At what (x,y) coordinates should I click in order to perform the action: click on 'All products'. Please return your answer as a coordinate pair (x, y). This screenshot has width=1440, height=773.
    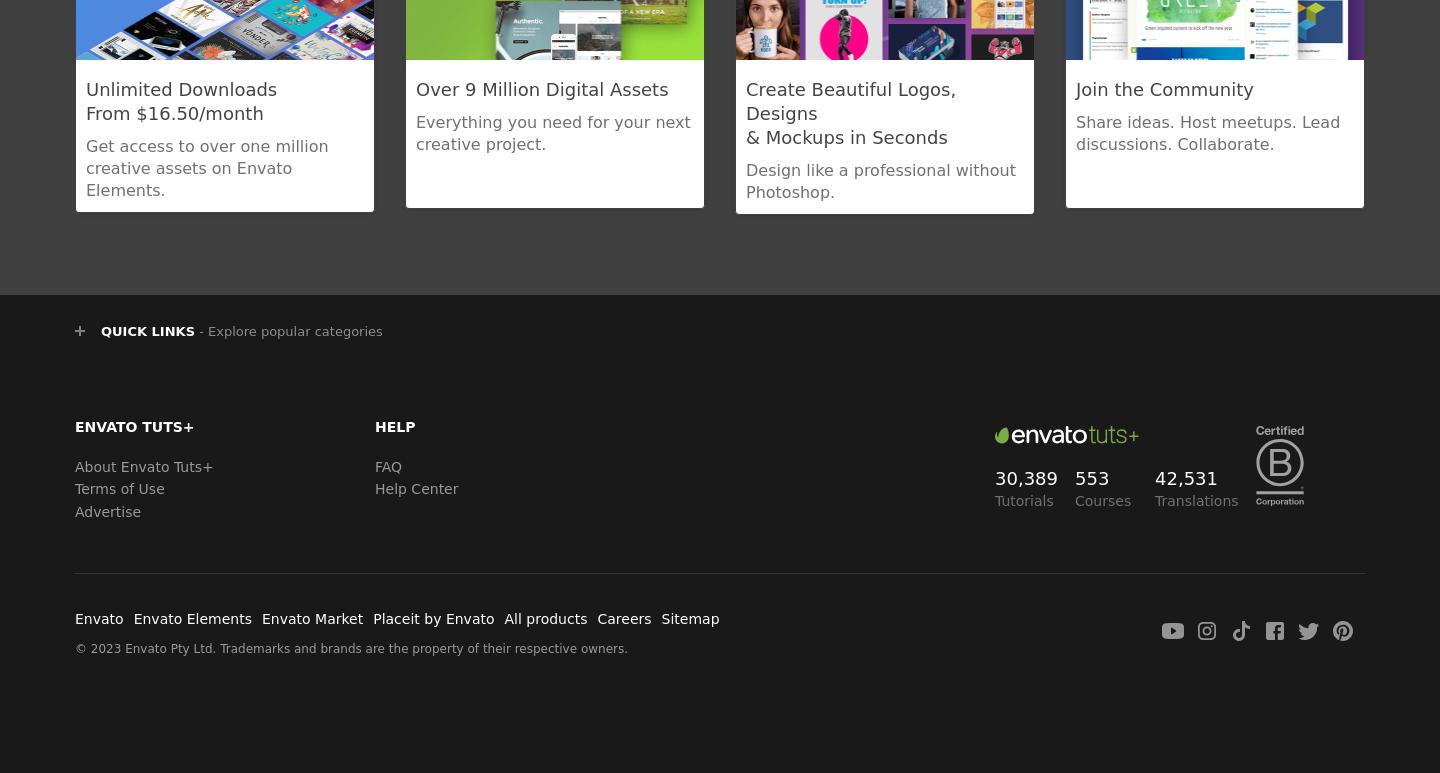
    Looking at the image, I should click on (545, 617).